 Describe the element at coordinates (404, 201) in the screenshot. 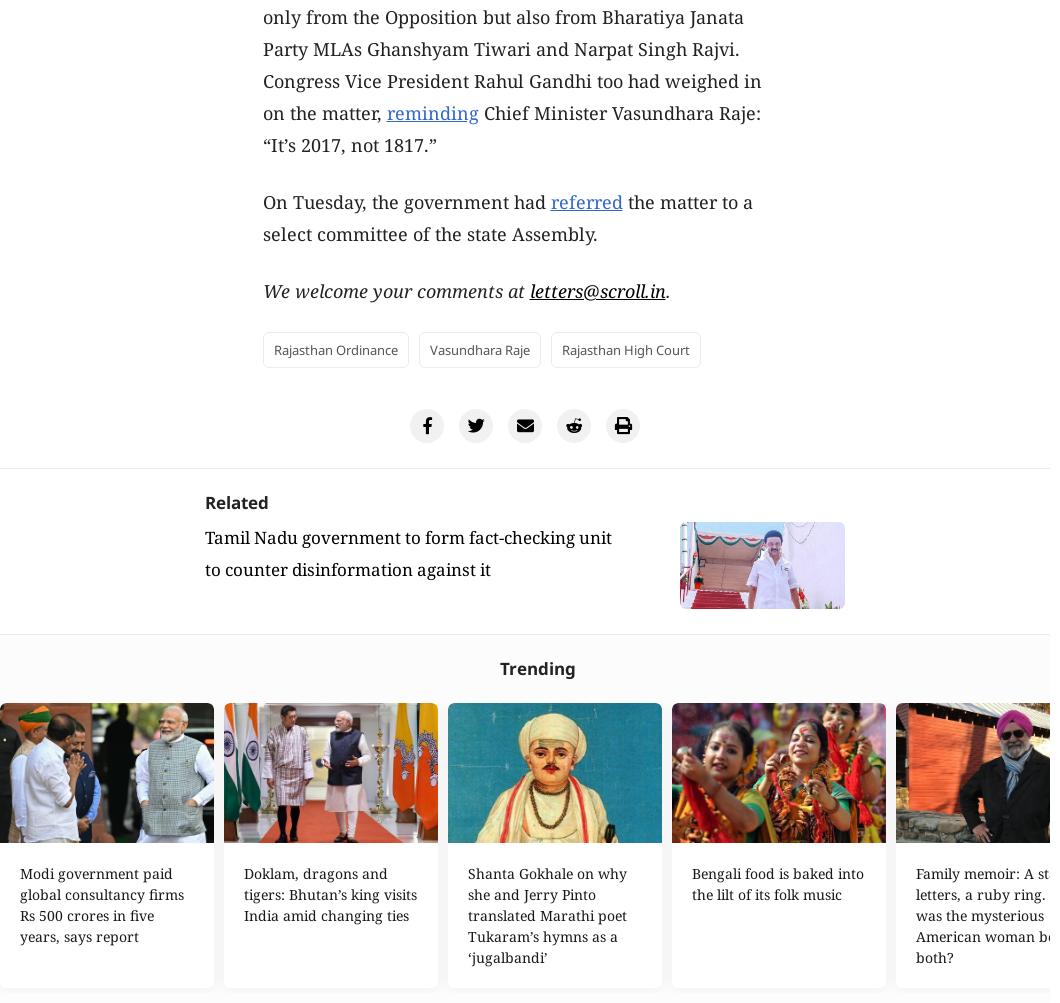

I see `'On Tuesday, the government had'` at that location.